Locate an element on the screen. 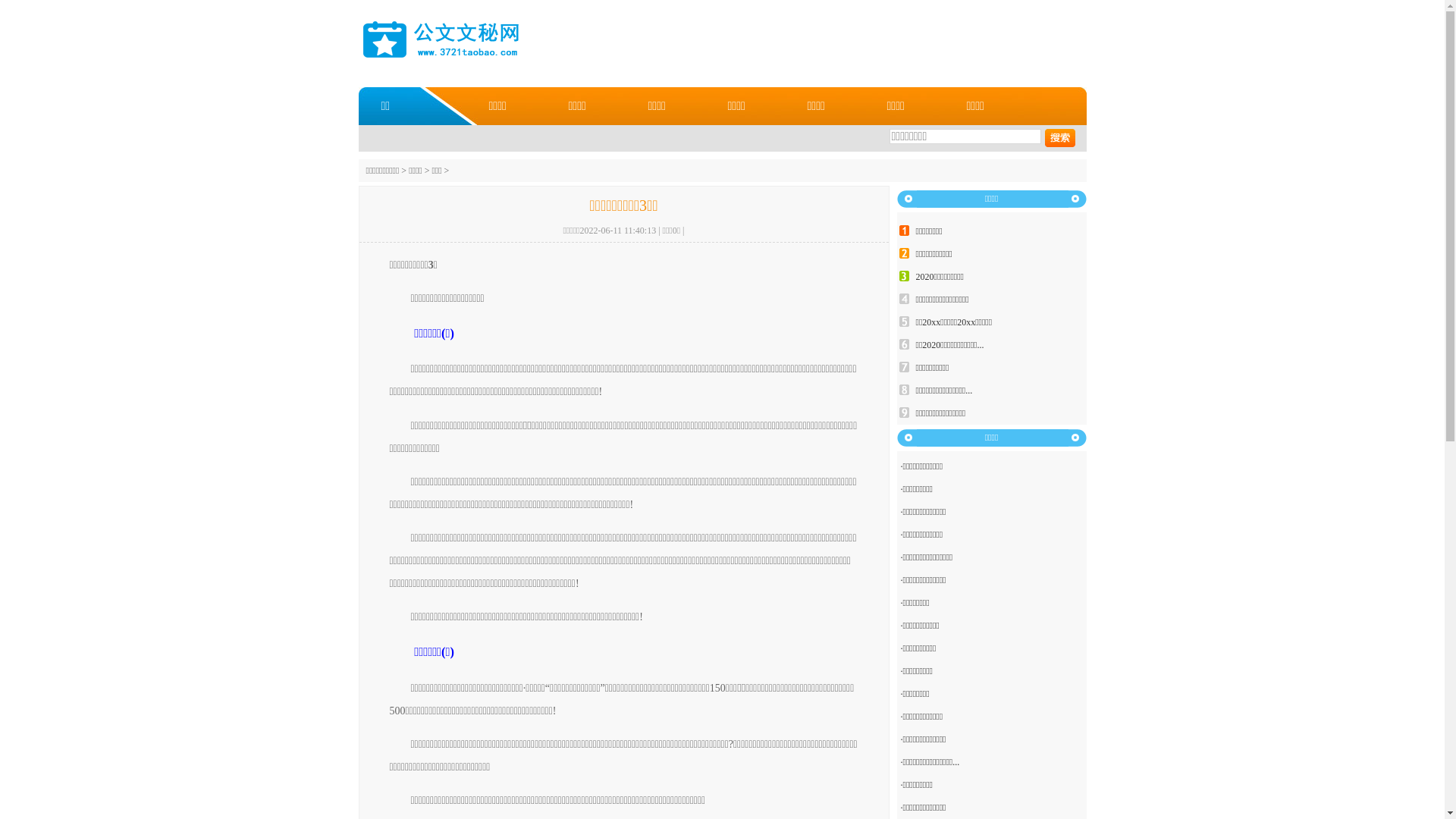 Image resolution: width=1456 pixels, height=819 pixels. 'search' is located at coordinates (1059, 137).